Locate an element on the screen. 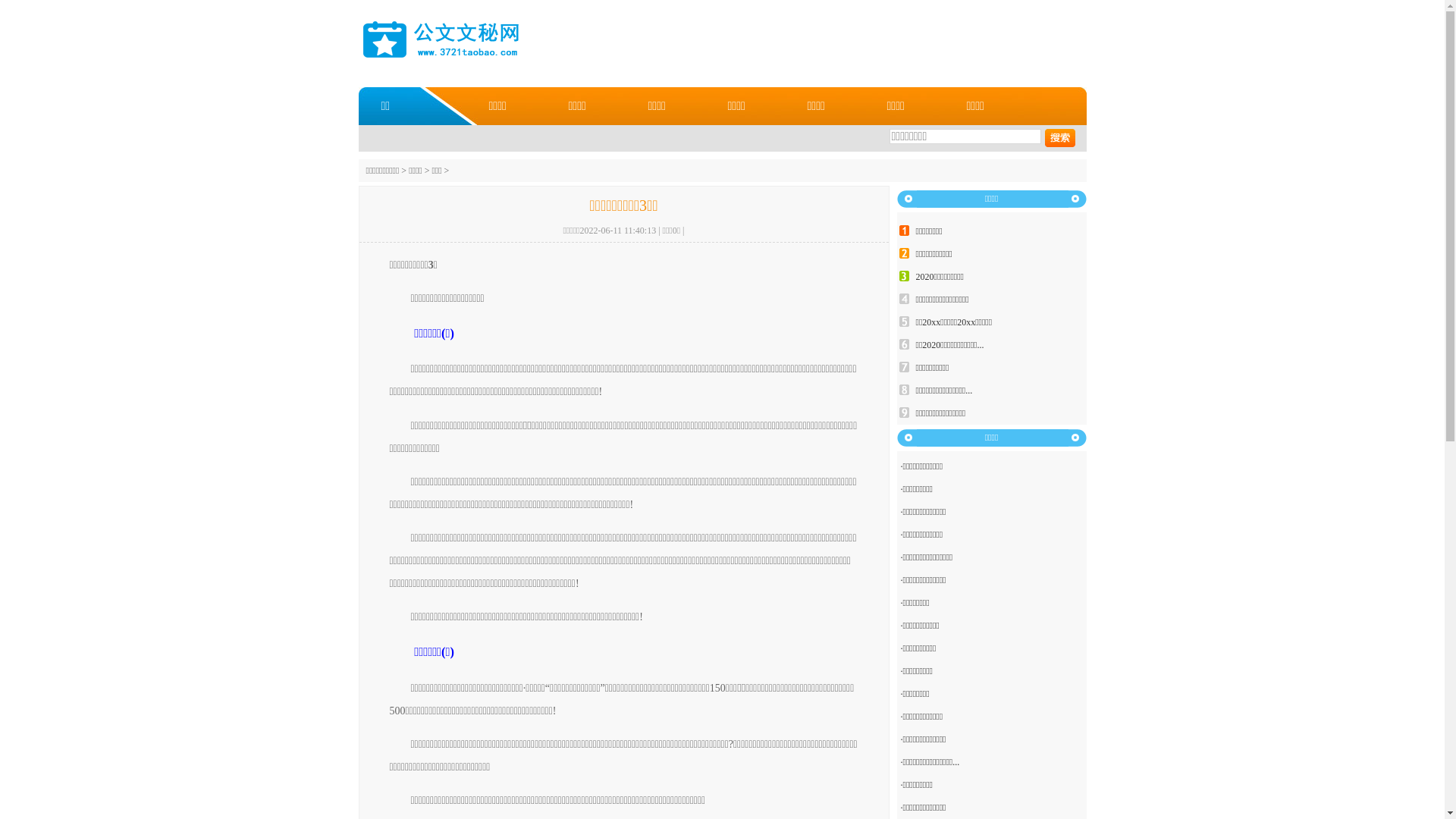 Image resolution: width=1456 pixels, height=819 pixels. 'search' is located at coordinates (1059, 137).